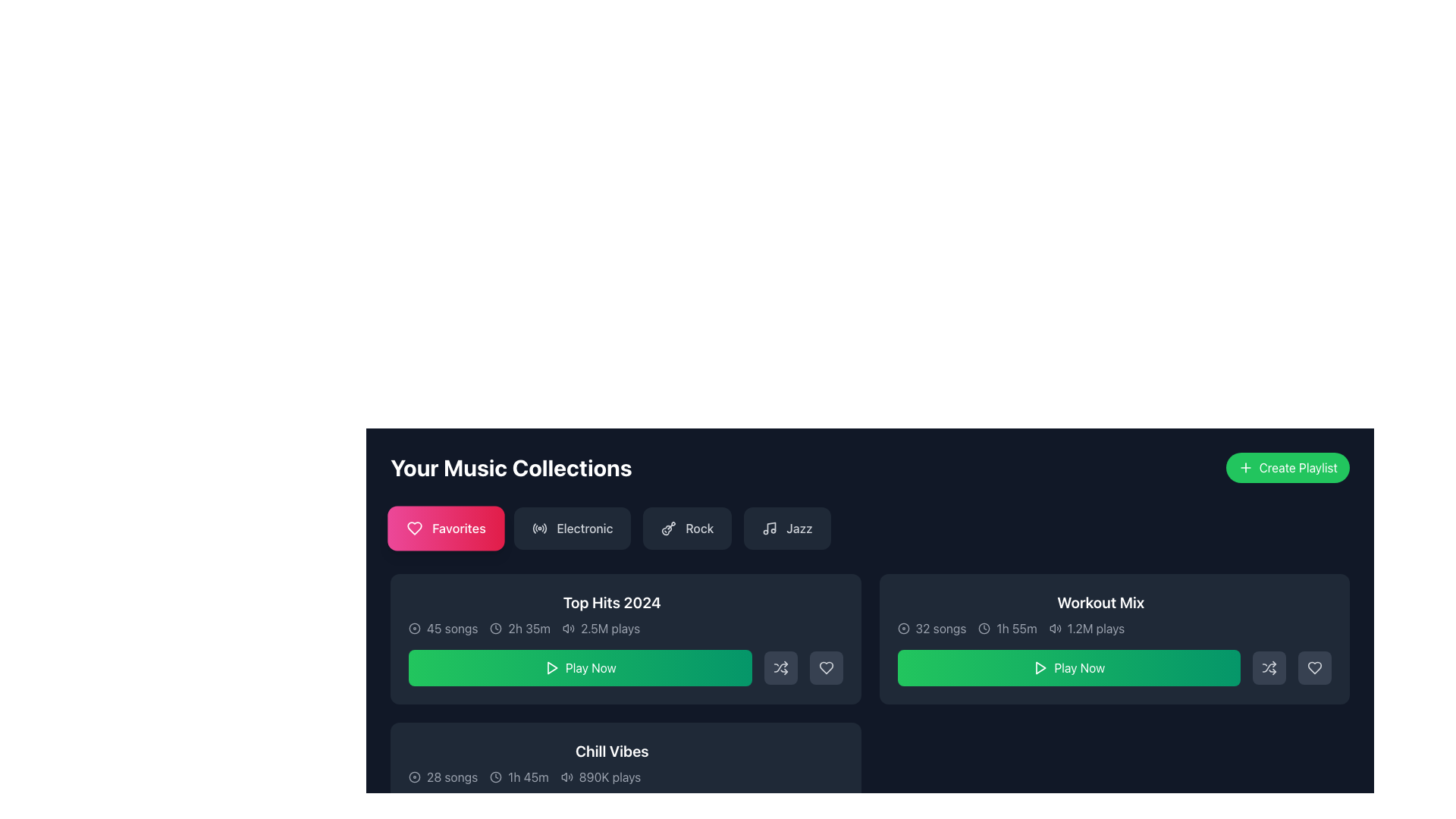 The image size is (1456, 819). Describe the element at coordinates (590, 667) in the screenshot. I see `the 'Play Now' text label, which is displayed in white font against a green gradient button in the 'Top Hits 2024' section, to trigger visual feedback` at that location.